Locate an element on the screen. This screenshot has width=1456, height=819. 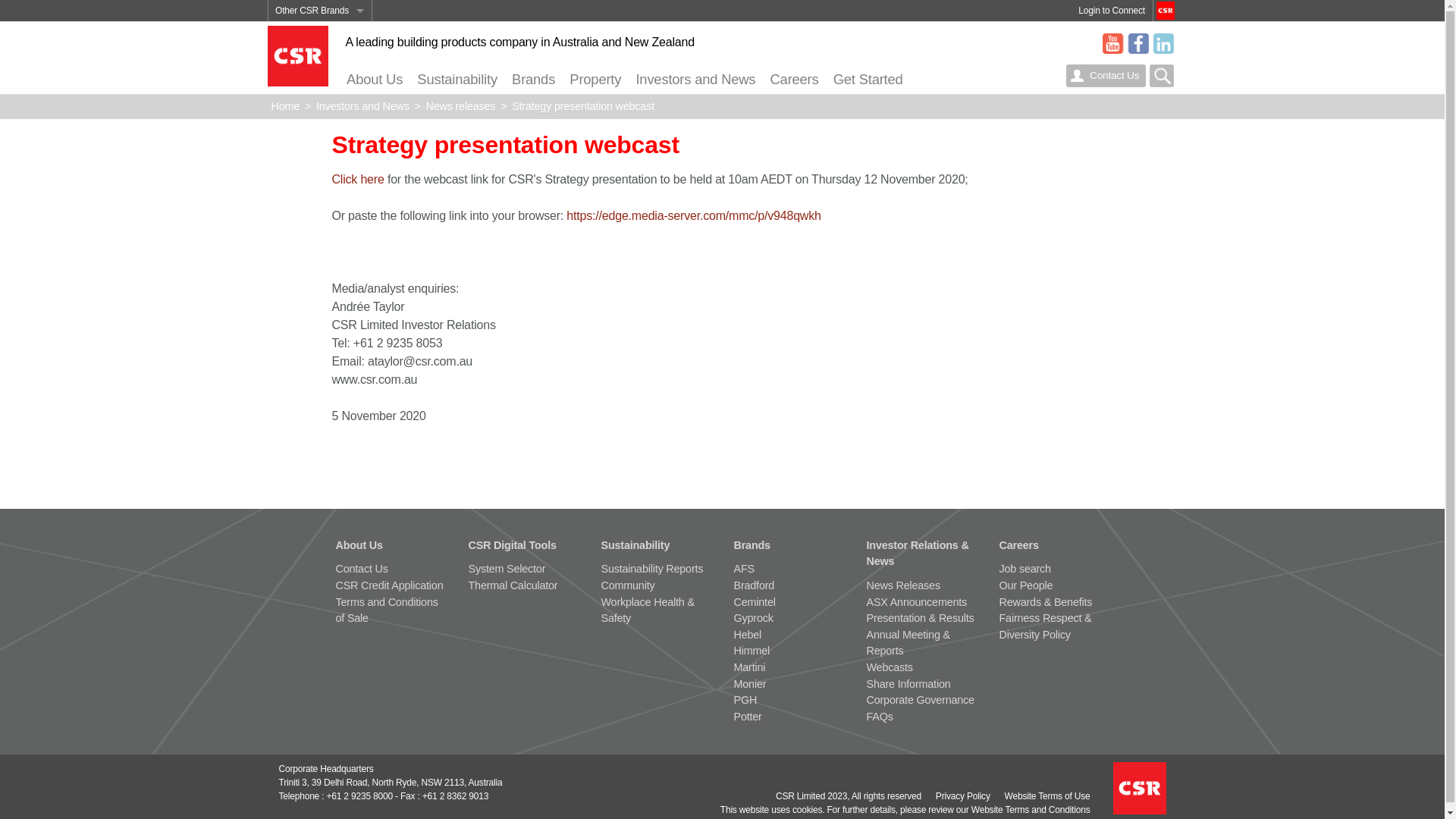
'About Us' is located at coordinates (334, 544).